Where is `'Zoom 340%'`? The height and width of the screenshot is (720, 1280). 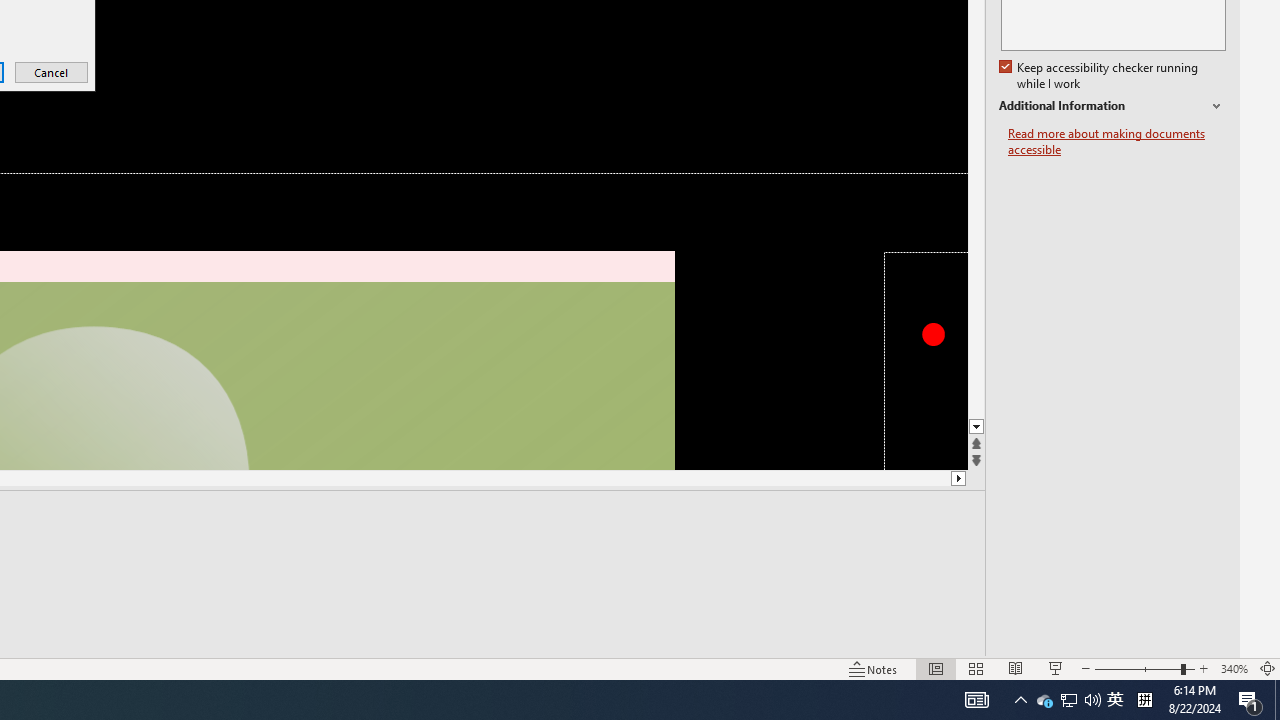 'Zoom 340%' is located at coordinates (1233, 669).